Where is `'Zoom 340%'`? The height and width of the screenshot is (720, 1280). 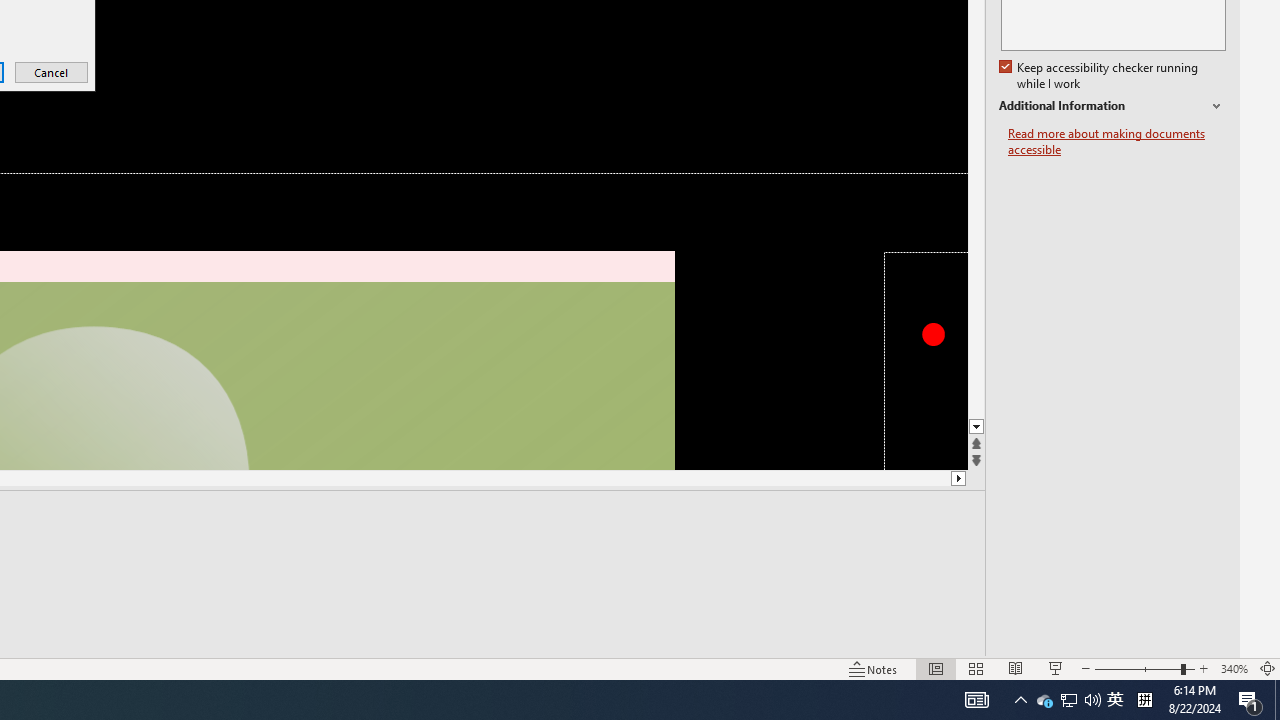 'Zoom 340%' is located at coordinates (1233, 669).